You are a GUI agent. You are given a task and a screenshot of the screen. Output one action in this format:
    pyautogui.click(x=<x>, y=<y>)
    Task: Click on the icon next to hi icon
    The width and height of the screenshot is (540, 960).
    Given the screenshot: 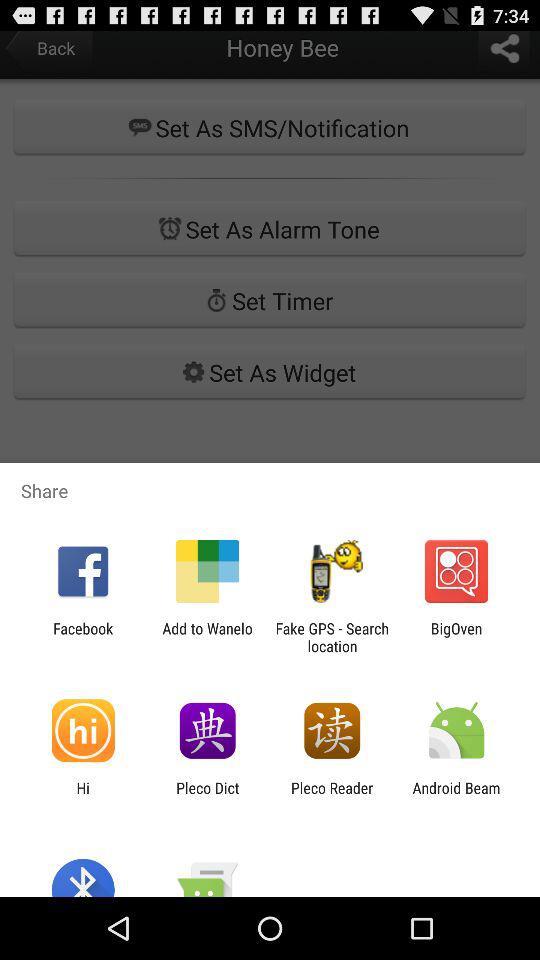 What is the action you would take?
    pyautogui.click(x=206, y=796)
    